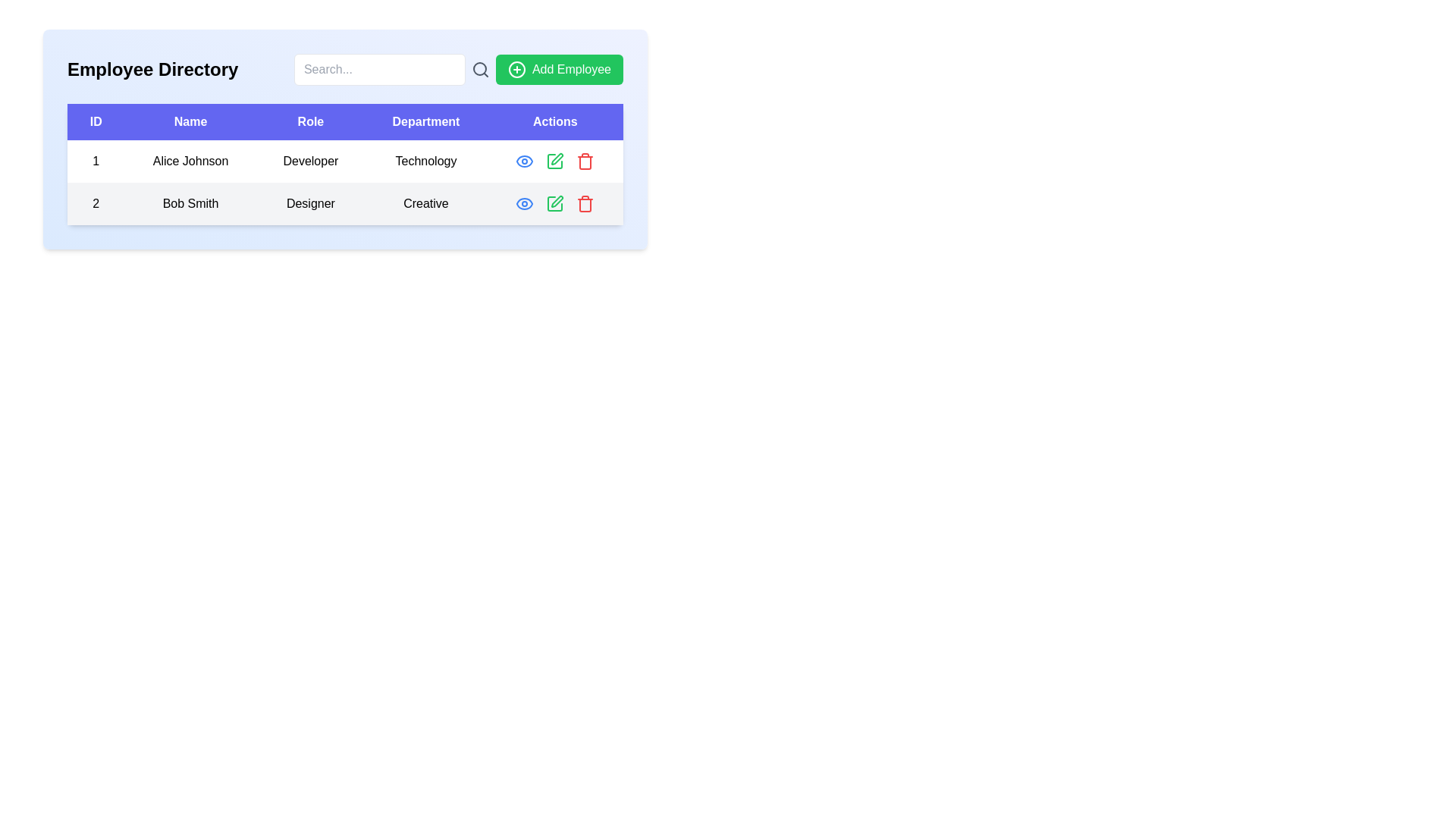  I want to click on the edit button icon located in the 'Actions' column of the second row in the data table, so click(557, 201).